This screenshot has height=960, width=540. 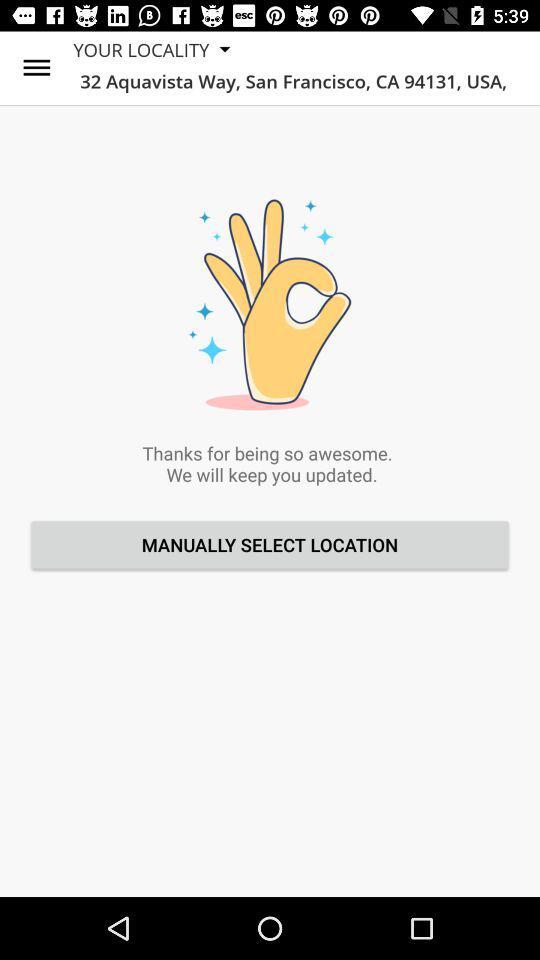 I want to click on the manually select location, so click(x=270, y=544).